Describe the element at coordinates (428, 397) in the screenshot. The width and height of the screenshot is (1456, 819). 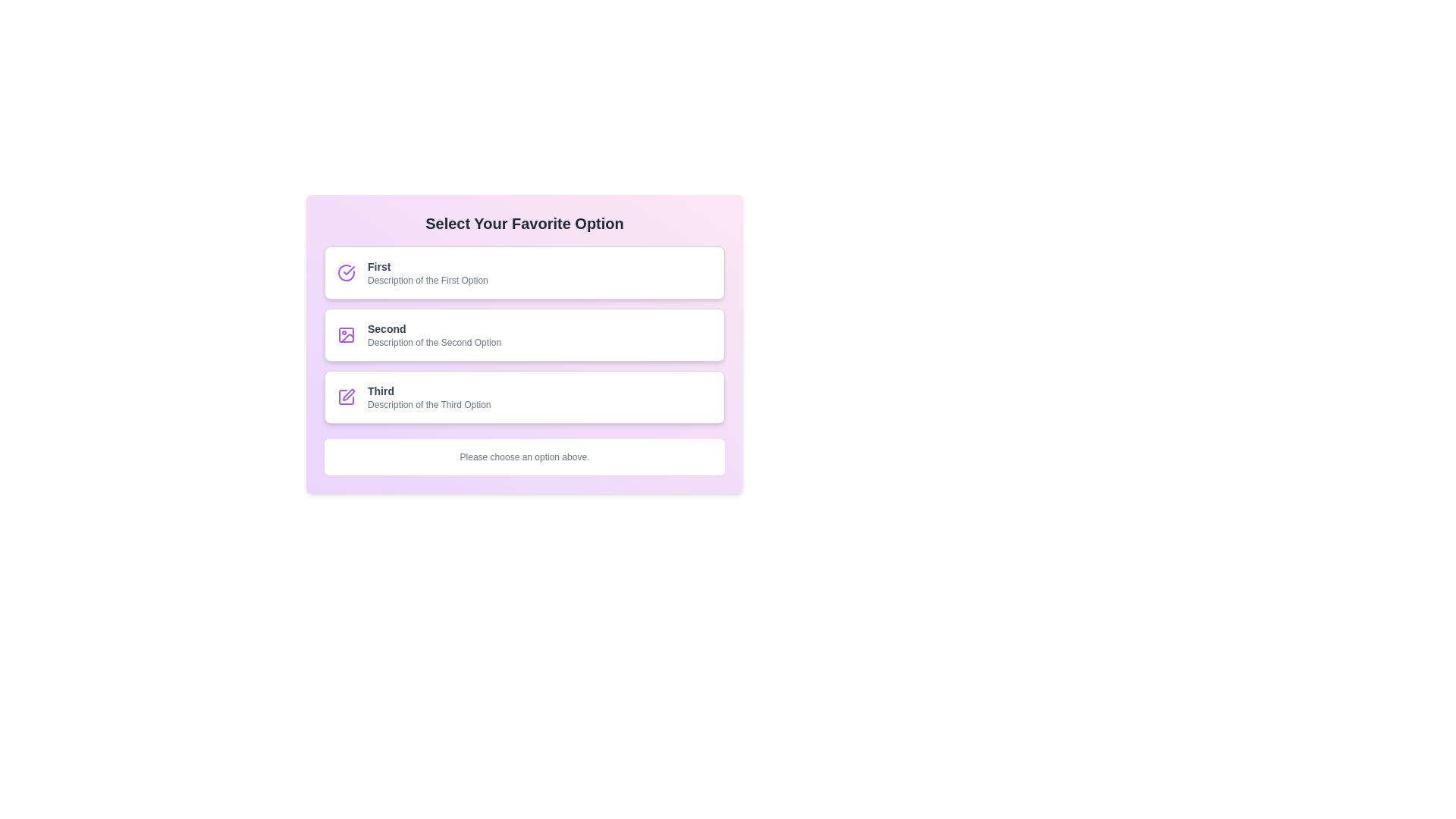
I see `the text label with the title 'Third', which serves as a description for the third selectable option in the list, positioned beneath the second option labeled 'Second'` at that location.